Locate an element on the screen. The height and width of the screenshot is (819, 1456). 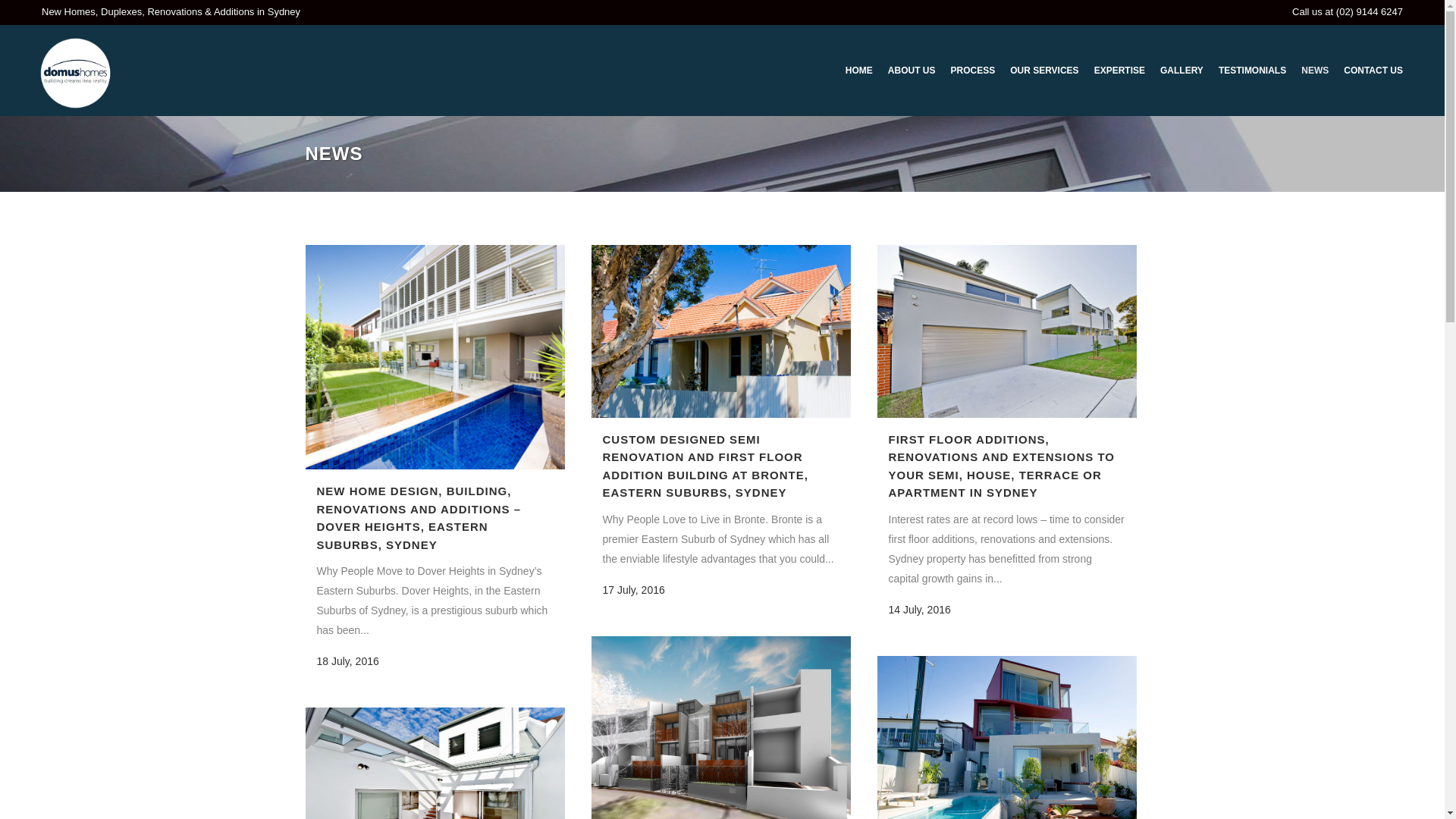
'EXPERTISE' is located at coordinates (1119, 70).